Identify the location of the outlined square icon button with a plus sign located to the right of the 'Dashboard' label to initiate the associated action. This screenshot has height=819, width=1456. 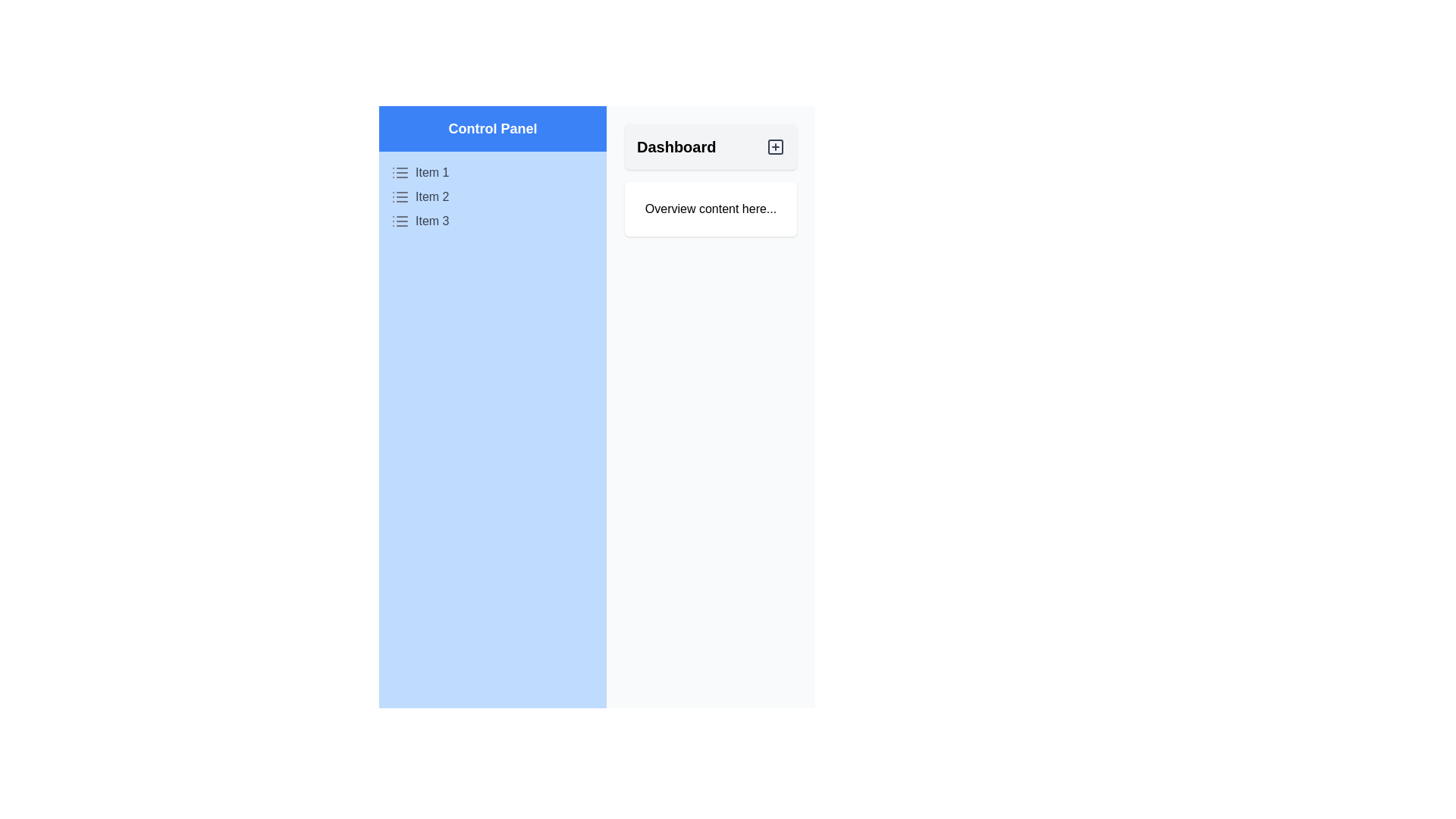
(775, 146).